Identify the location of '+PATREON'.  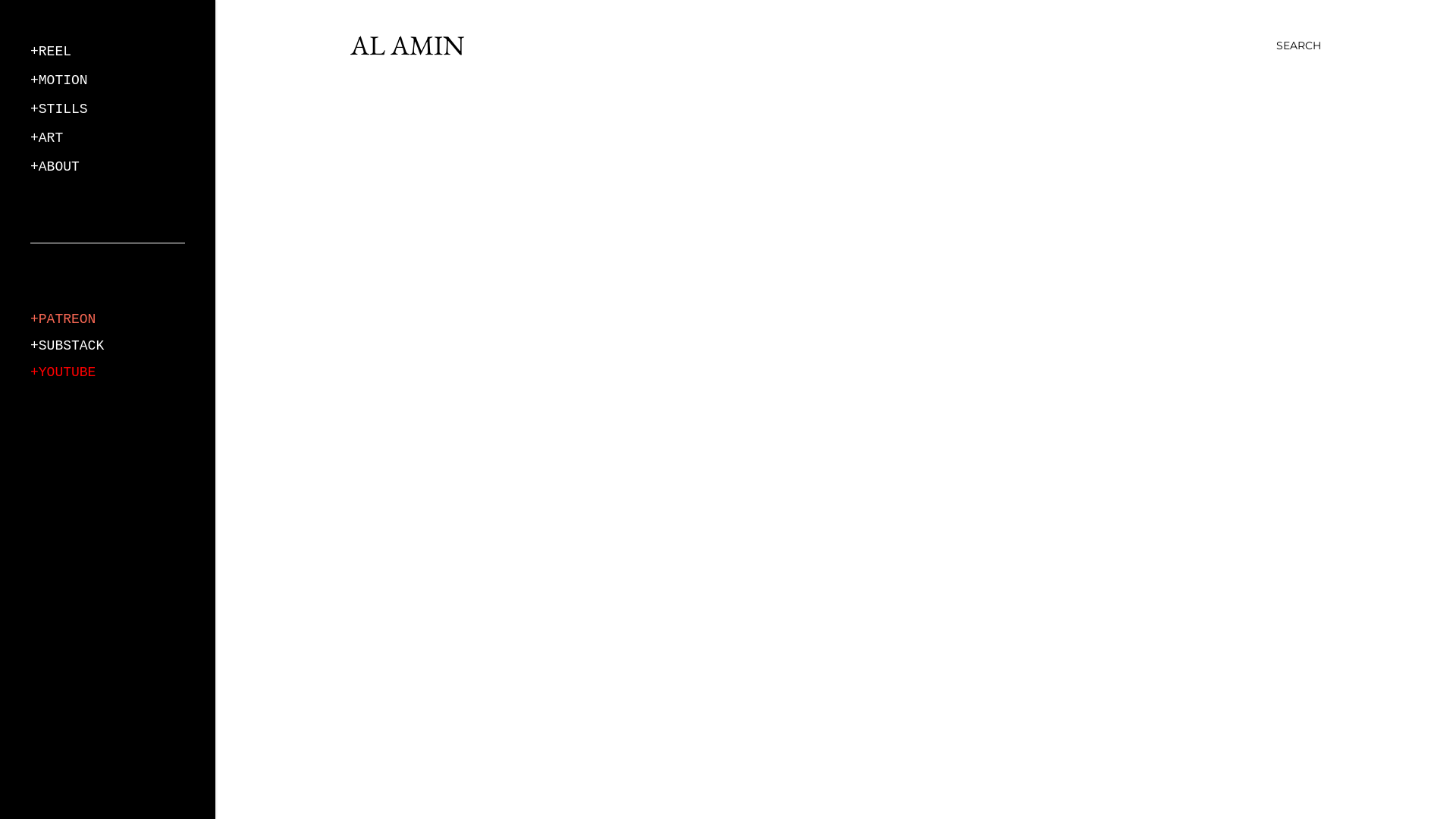
(61, 318).